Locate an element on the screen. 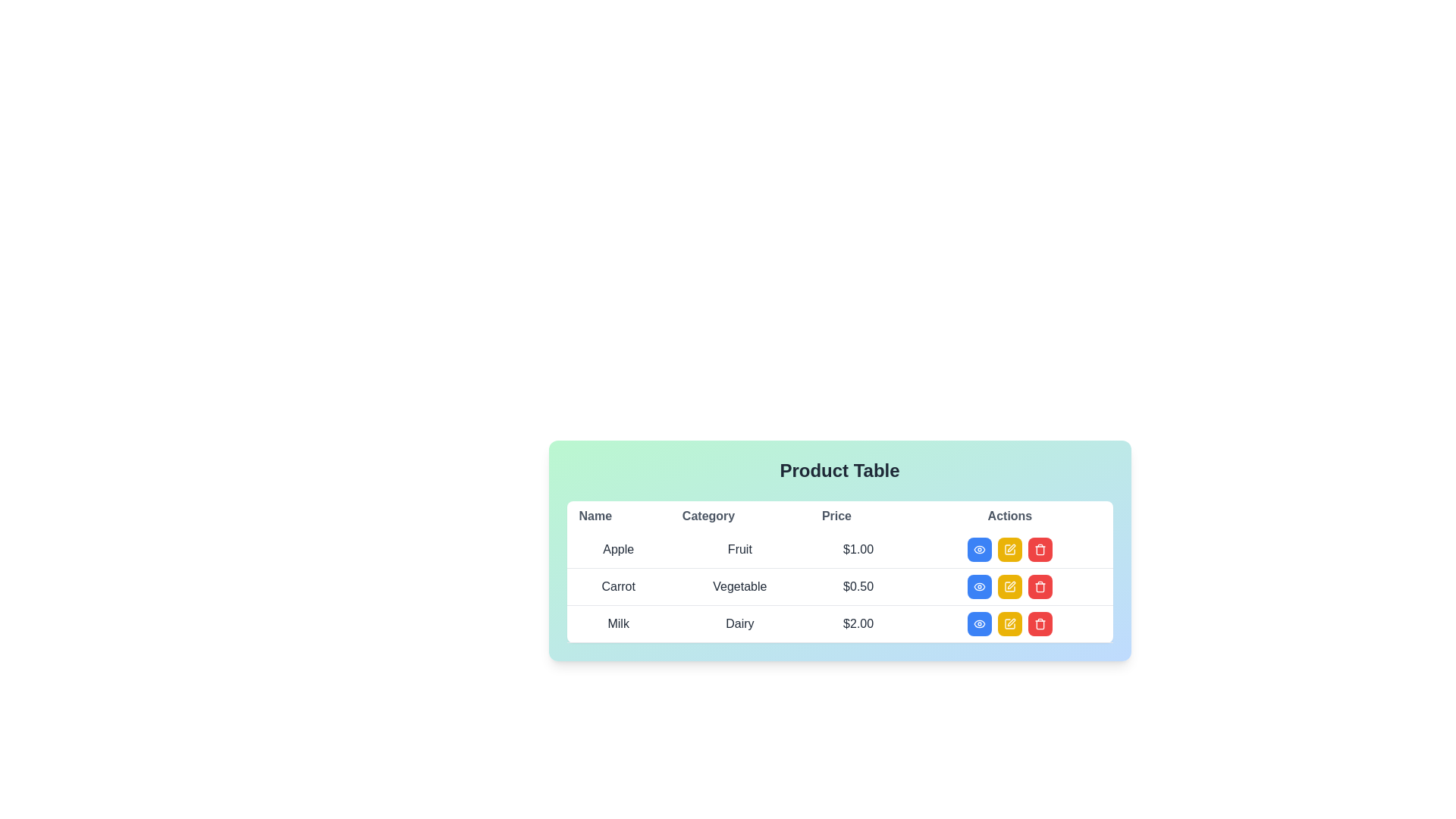 The height and width of the screenshot is (819, 1456). the minimalistic square icon with rounded corners located in the top-right corner of the 'Actions' column for the 'Milk' dairy entry is located at coordinates (1009, 623).